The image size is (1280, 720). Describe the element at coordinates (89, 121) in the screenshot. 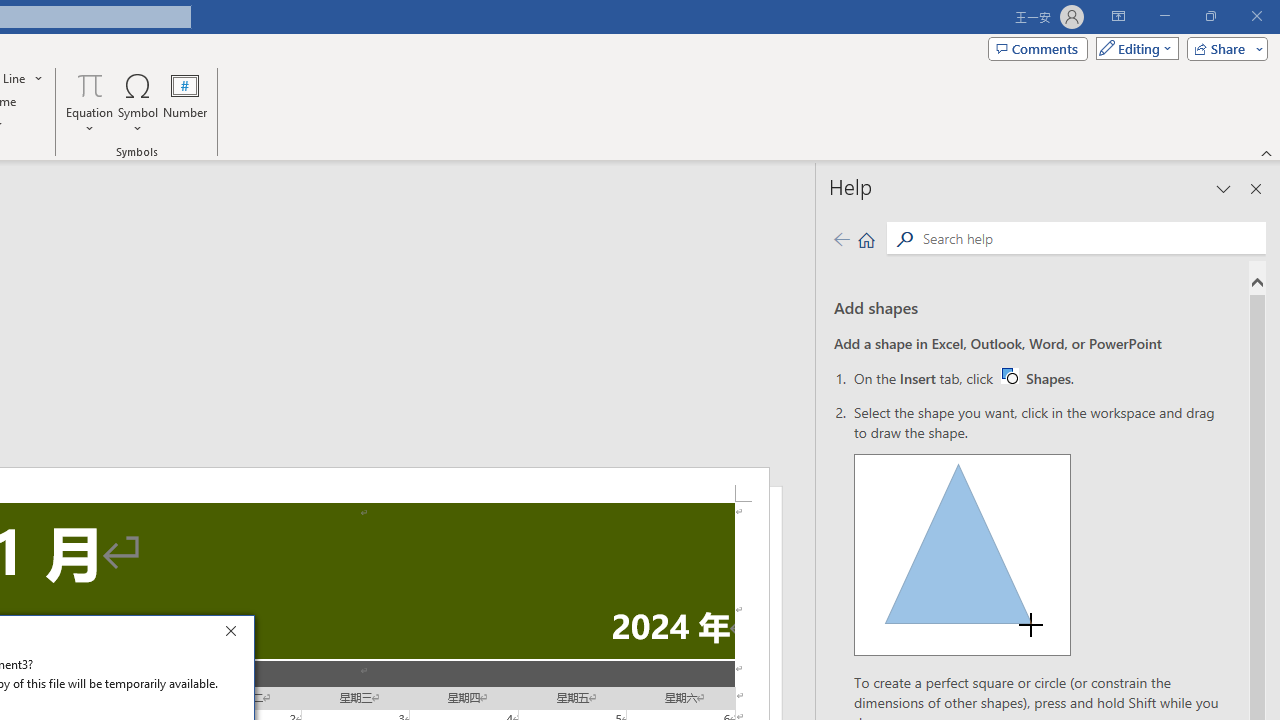

I see `'More Options'` at that location.